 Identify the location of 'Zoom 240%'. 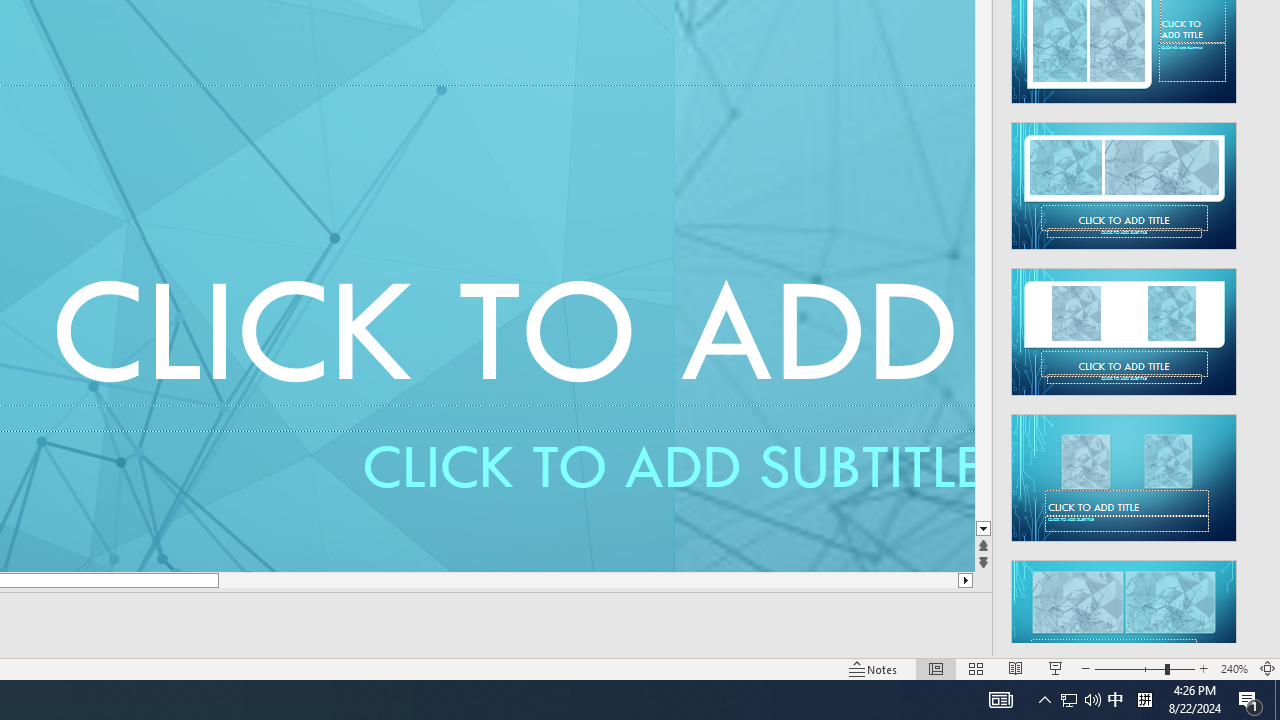
(1233, 669).